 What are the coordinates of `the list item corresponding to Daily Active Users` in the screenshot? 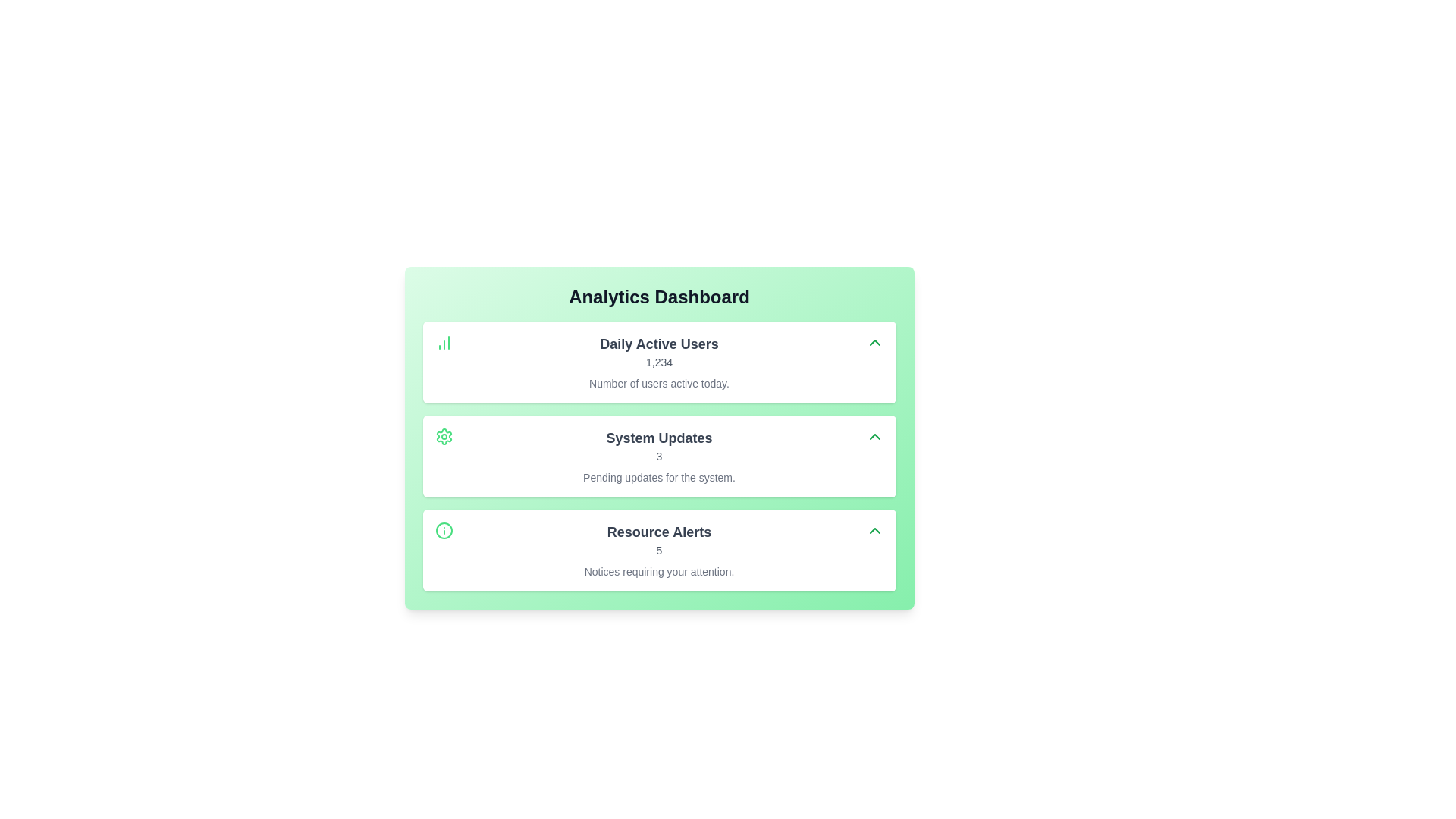 It's located at (659, 362).